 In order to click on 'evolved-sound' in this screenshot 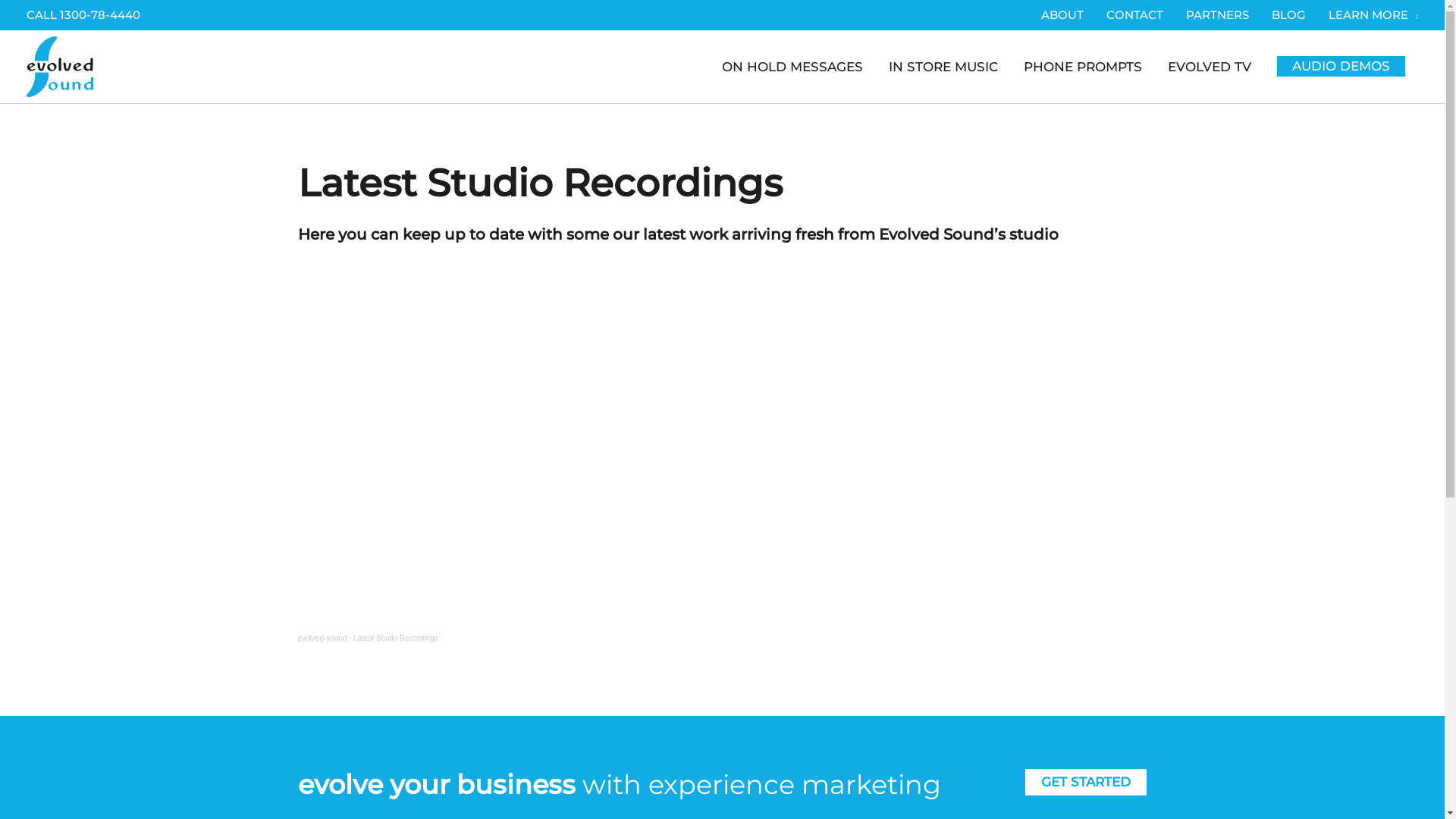, I will do `click(321, 638)`.